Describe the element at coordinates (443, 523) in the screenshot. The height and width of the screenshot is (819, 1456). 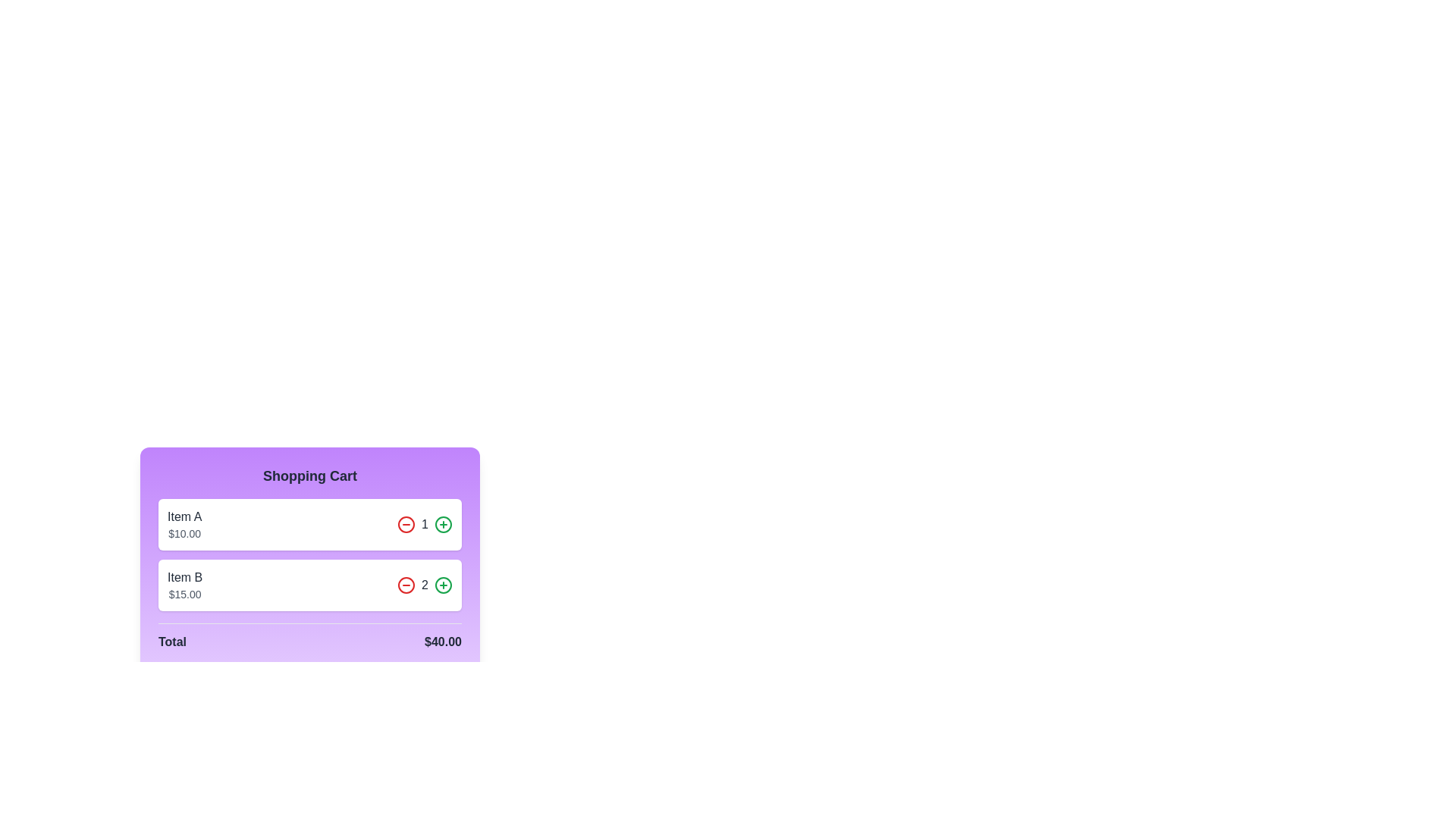
I see `the plus icon surrounding the circular SVG shape styled with a green stroke, which is part of the quantity control for 'Item A' in the shopping cart section` at that location.